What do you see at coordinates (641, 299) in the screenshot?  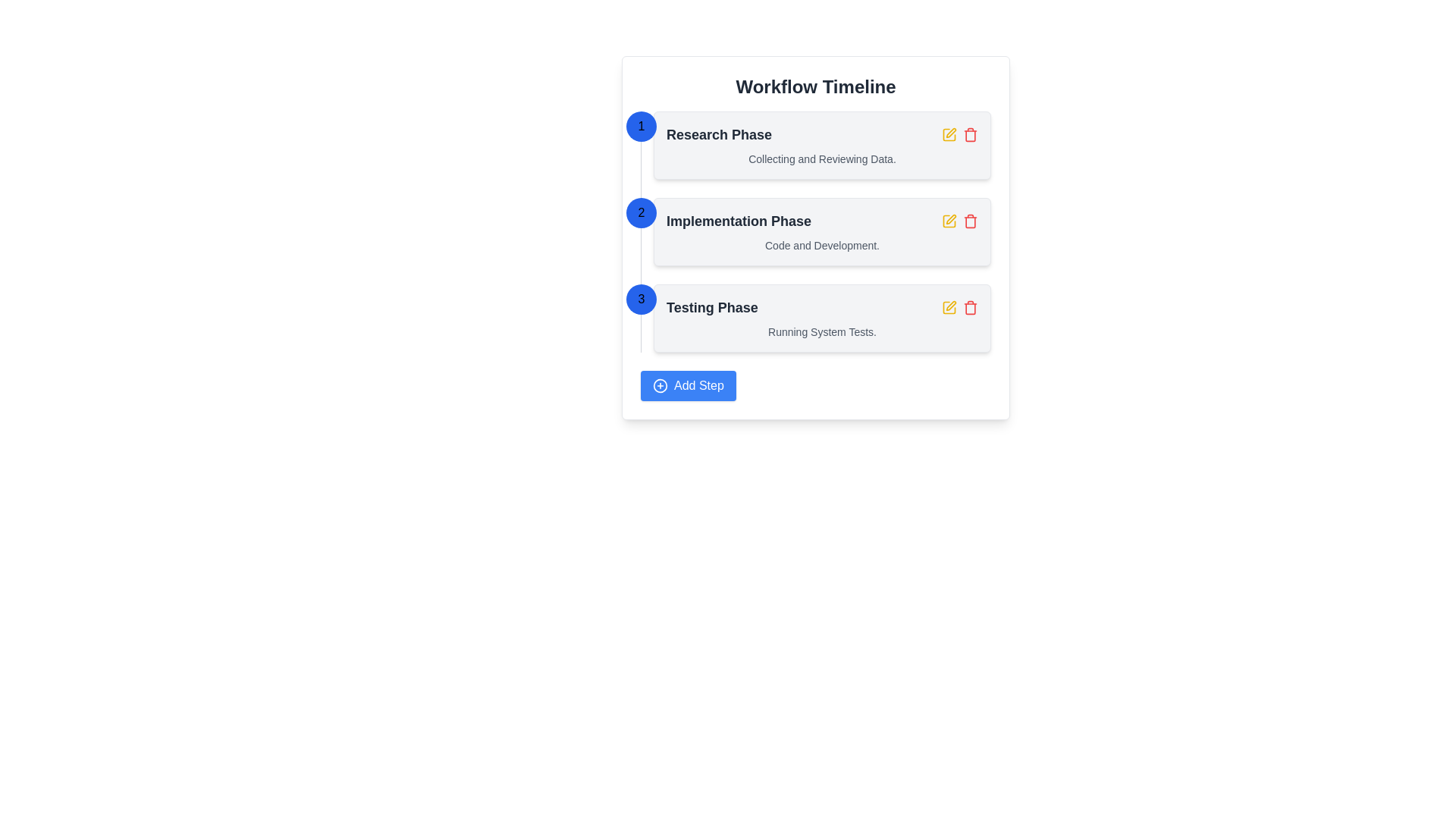 I see `the Step Indicator Icon for the 'Testing Phase'` at bounding box center [641, 299].